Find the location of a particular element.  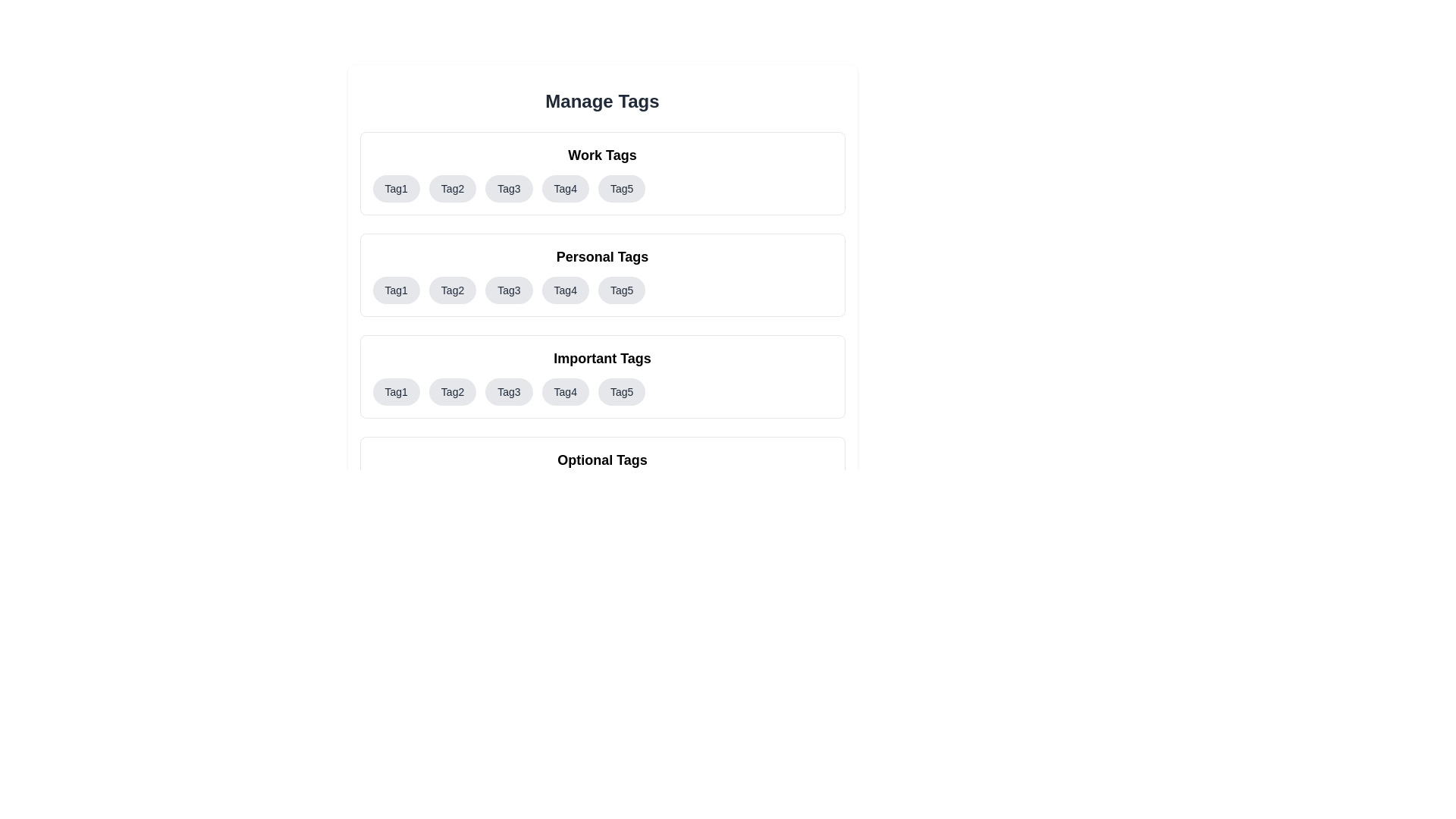

the individual interactive tag within the horizontal group of tags labeled 'Tag1', 'Tag2', 'Tag3', 'Tag4', and 'Tag5' for accessibility purposes is located at coordinates (601, 188).